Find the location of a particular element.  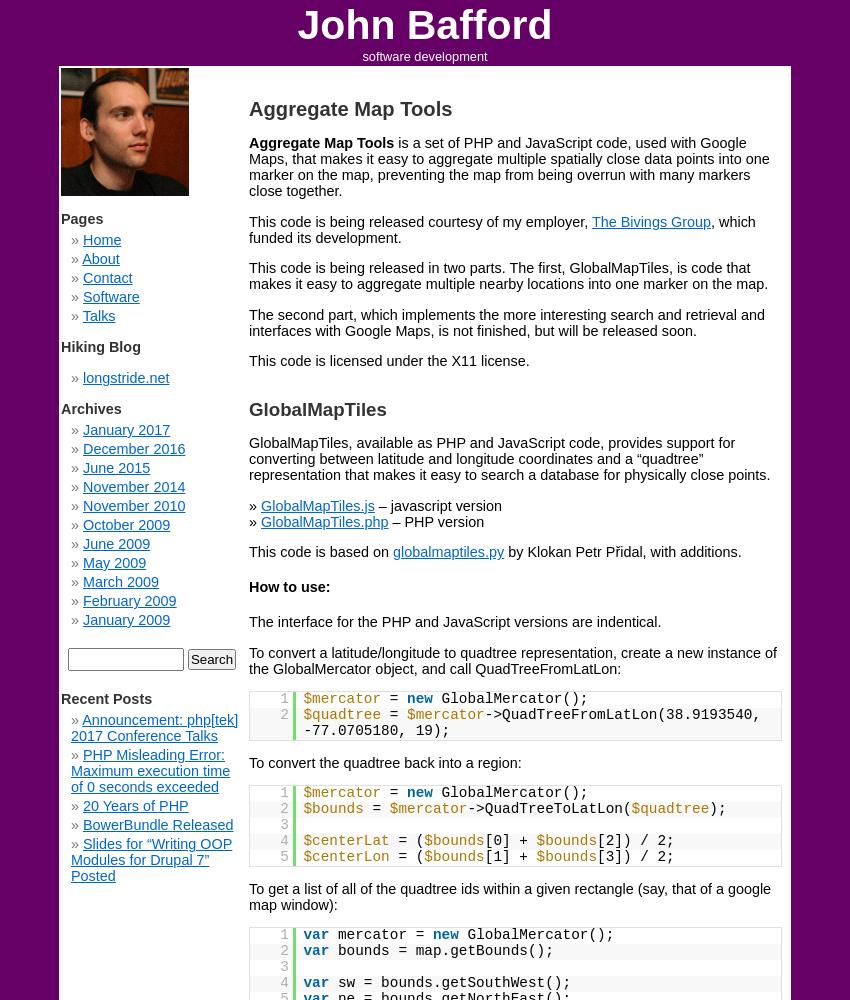

'Talks' is located at coordinates (97, 315).